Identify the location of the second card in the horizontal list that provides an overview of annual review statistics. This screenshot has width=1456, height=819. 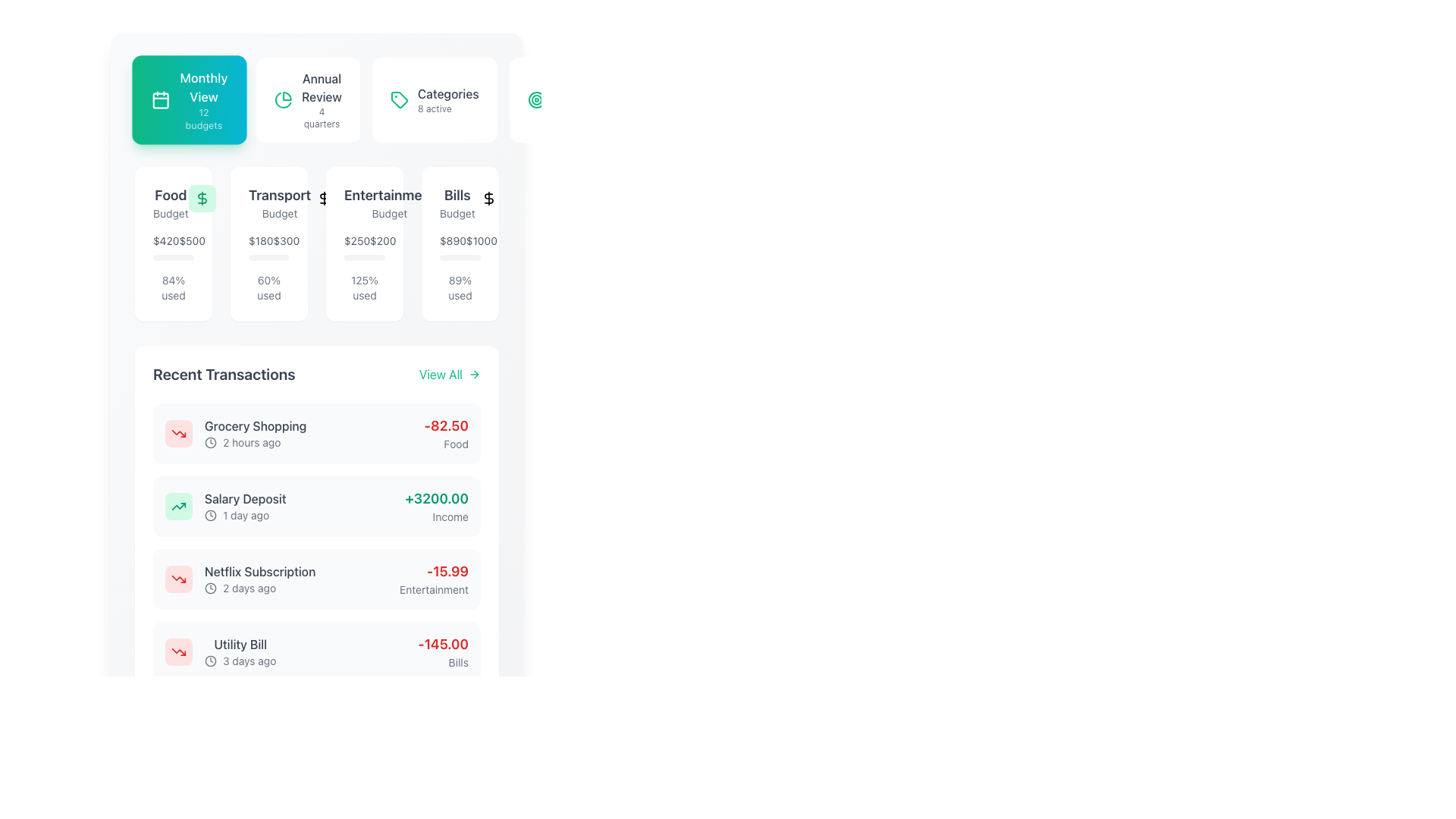
(307, 99).